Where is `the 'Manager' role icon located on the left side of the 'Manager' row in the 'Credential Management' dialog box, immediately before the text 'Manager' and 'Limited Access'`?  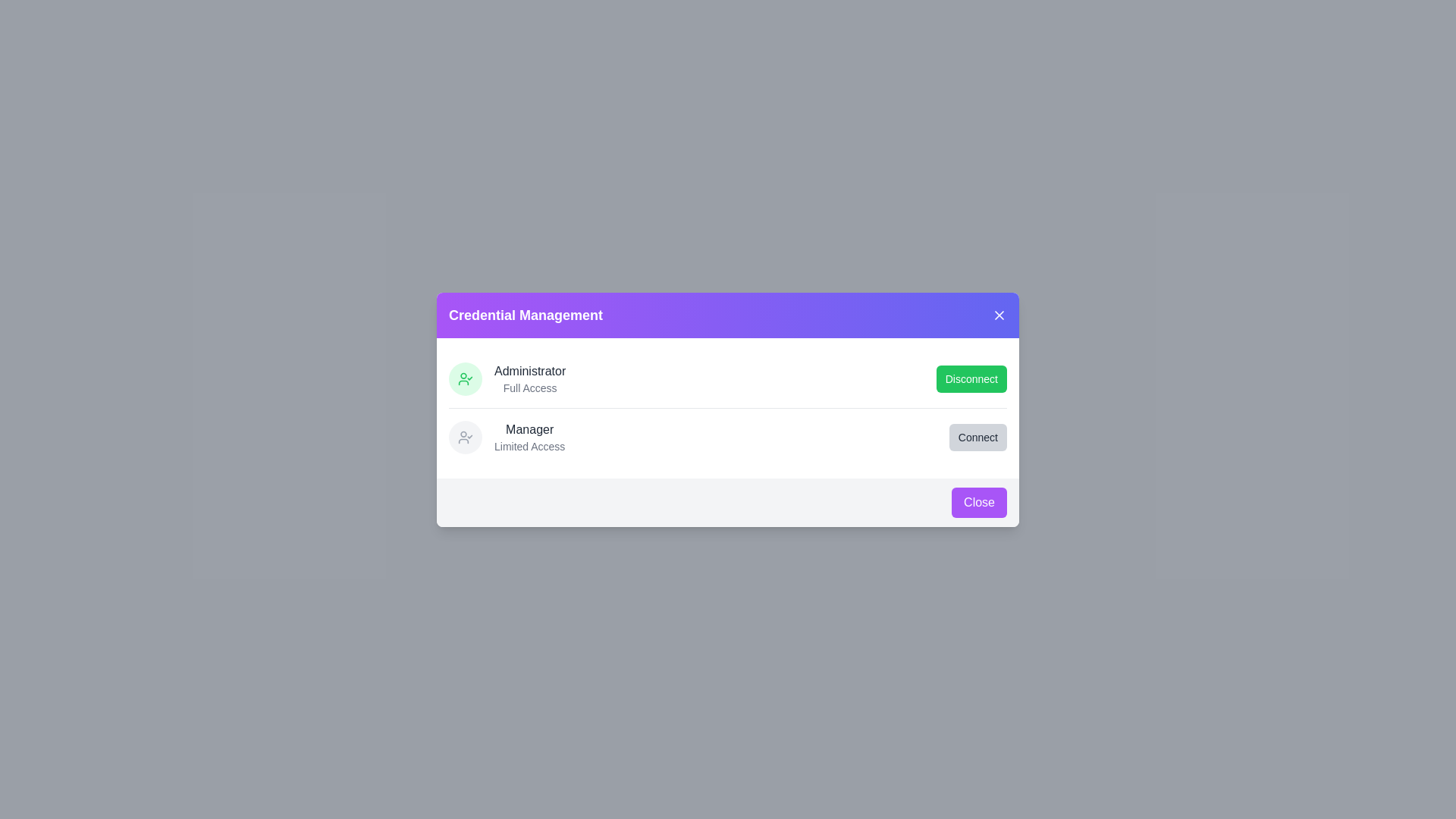 the 'Manager' role icon located on the left side of the 'Manager' row in the 'Credential Management' dialog box, immediately before the text 'Manager' and 'Limited Access' is located at coordinates (465, 436).